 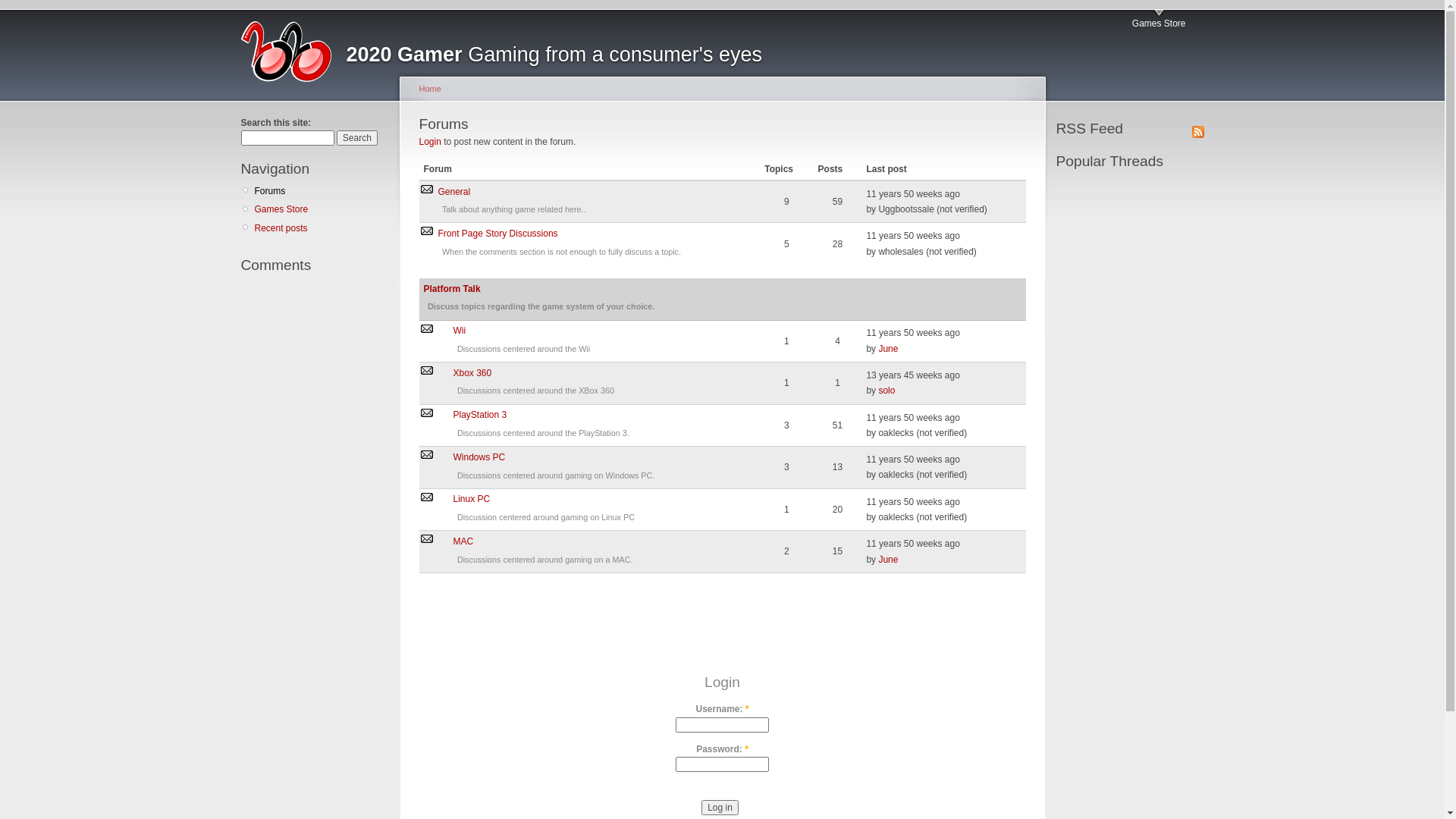 What do you see at coordinates (1197, 130) in the screenshot?
I see `'Syndicate'` at bounding box center [1197, 130].